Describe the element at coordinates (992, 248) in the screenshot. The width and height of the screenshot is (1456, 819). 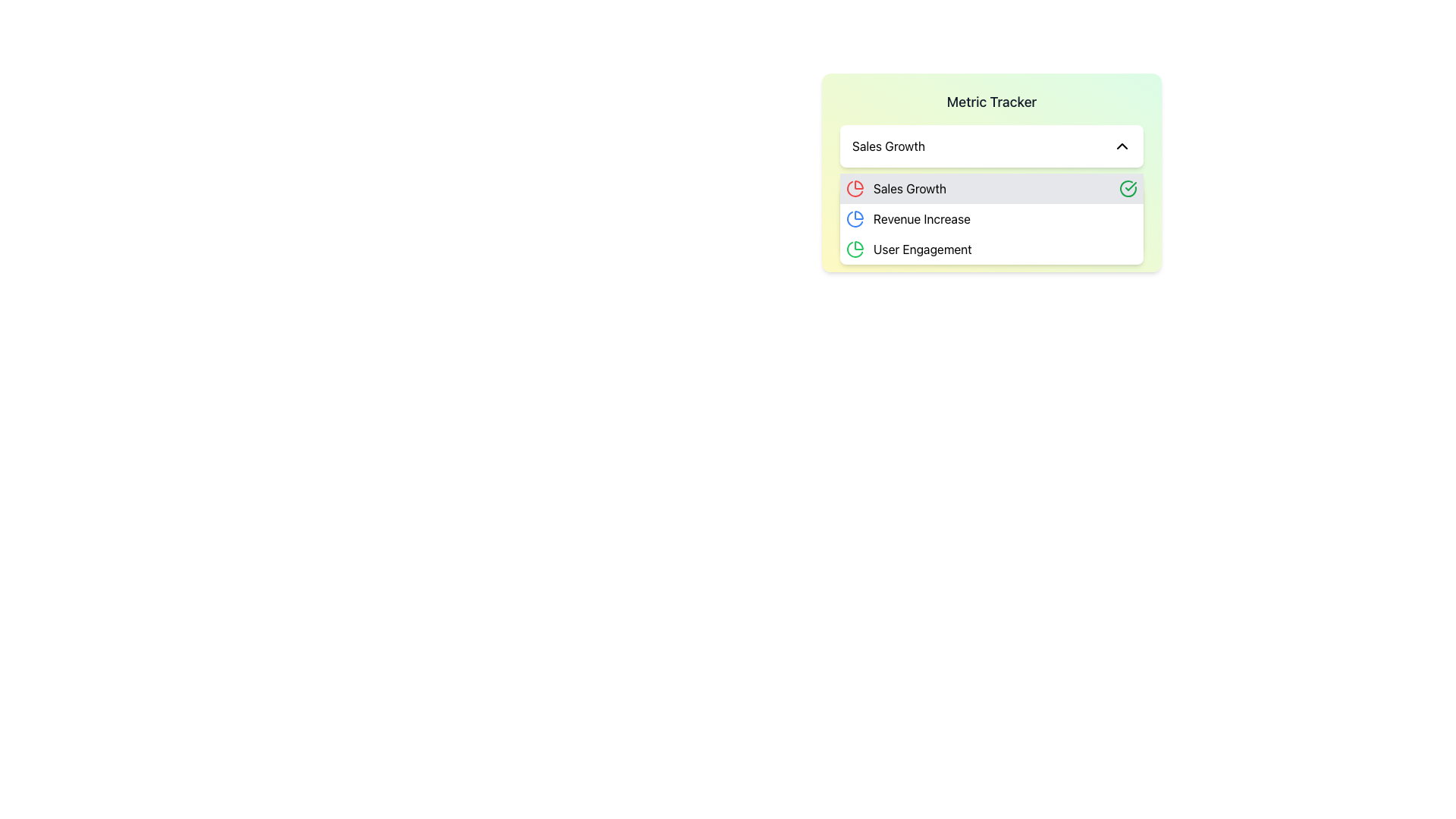
I see `the 'User Engagement' dropdown menu item, which is the third item in the dropdown menu located under 'Metric Tracker'` at that location.